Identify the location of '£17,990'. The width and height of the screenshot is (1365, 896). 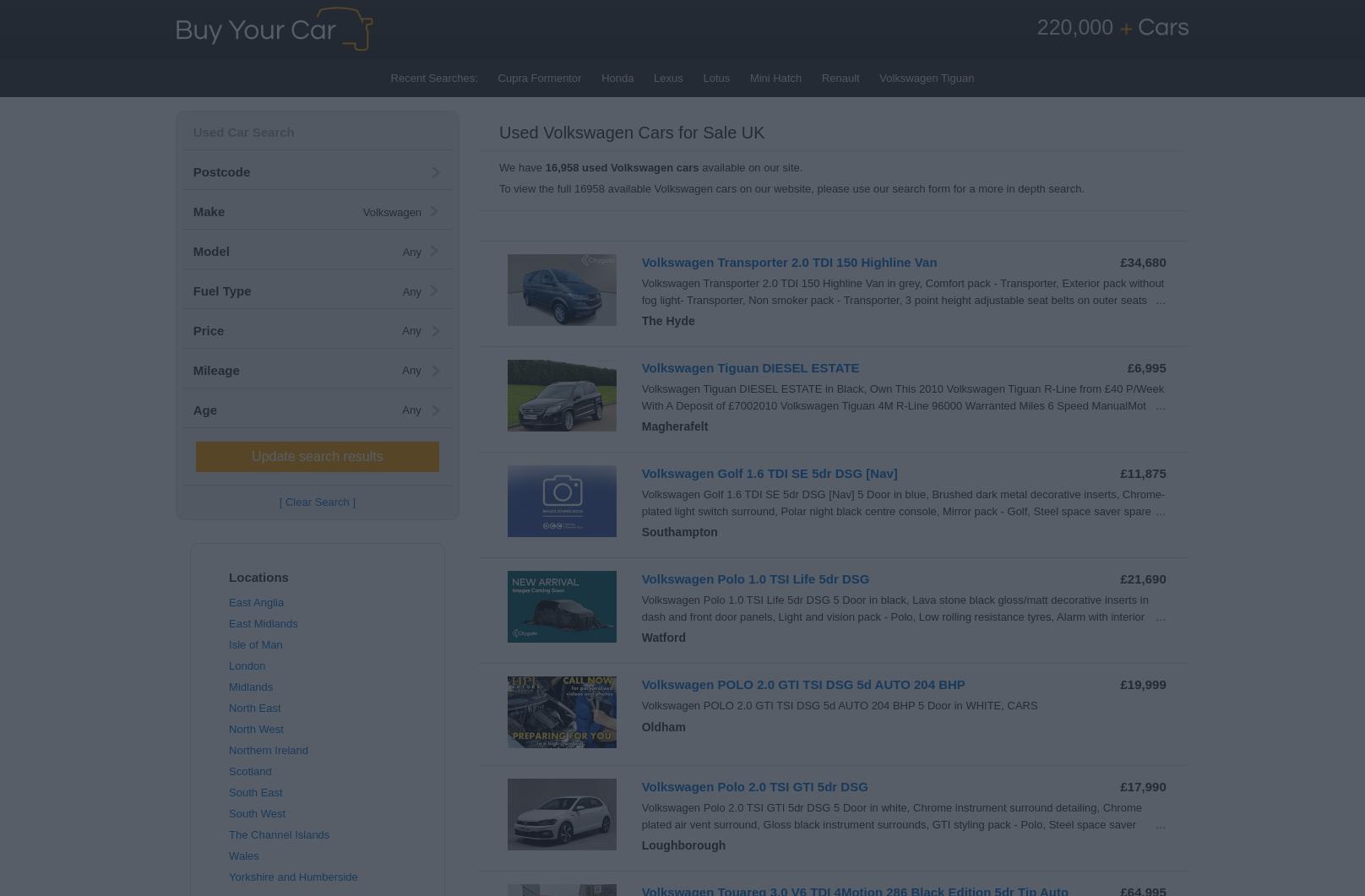
(1118, 785).